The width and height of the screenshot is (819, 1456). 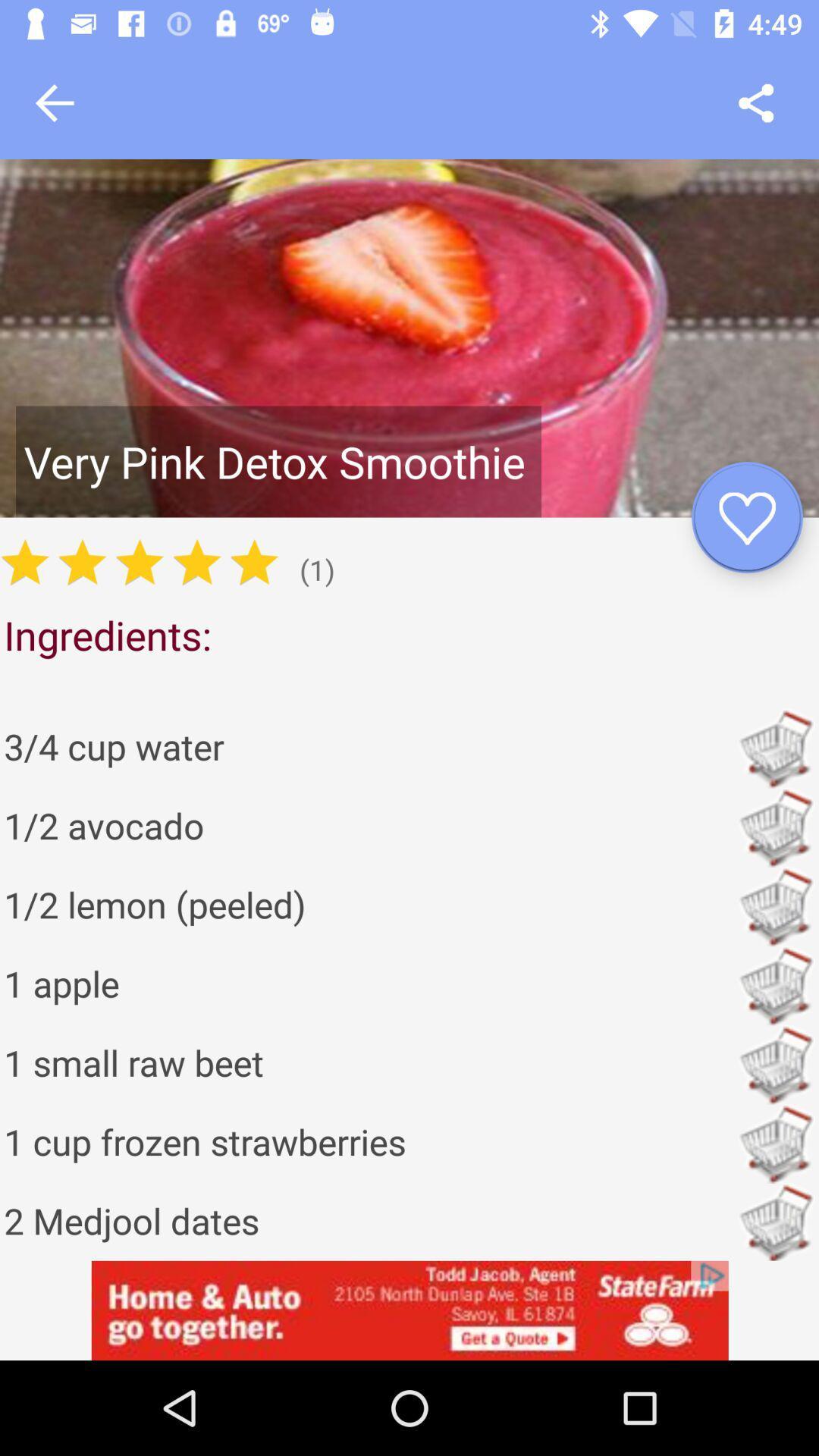 I want to click on advertisement sponsored link, so click(x=409, y=1310).